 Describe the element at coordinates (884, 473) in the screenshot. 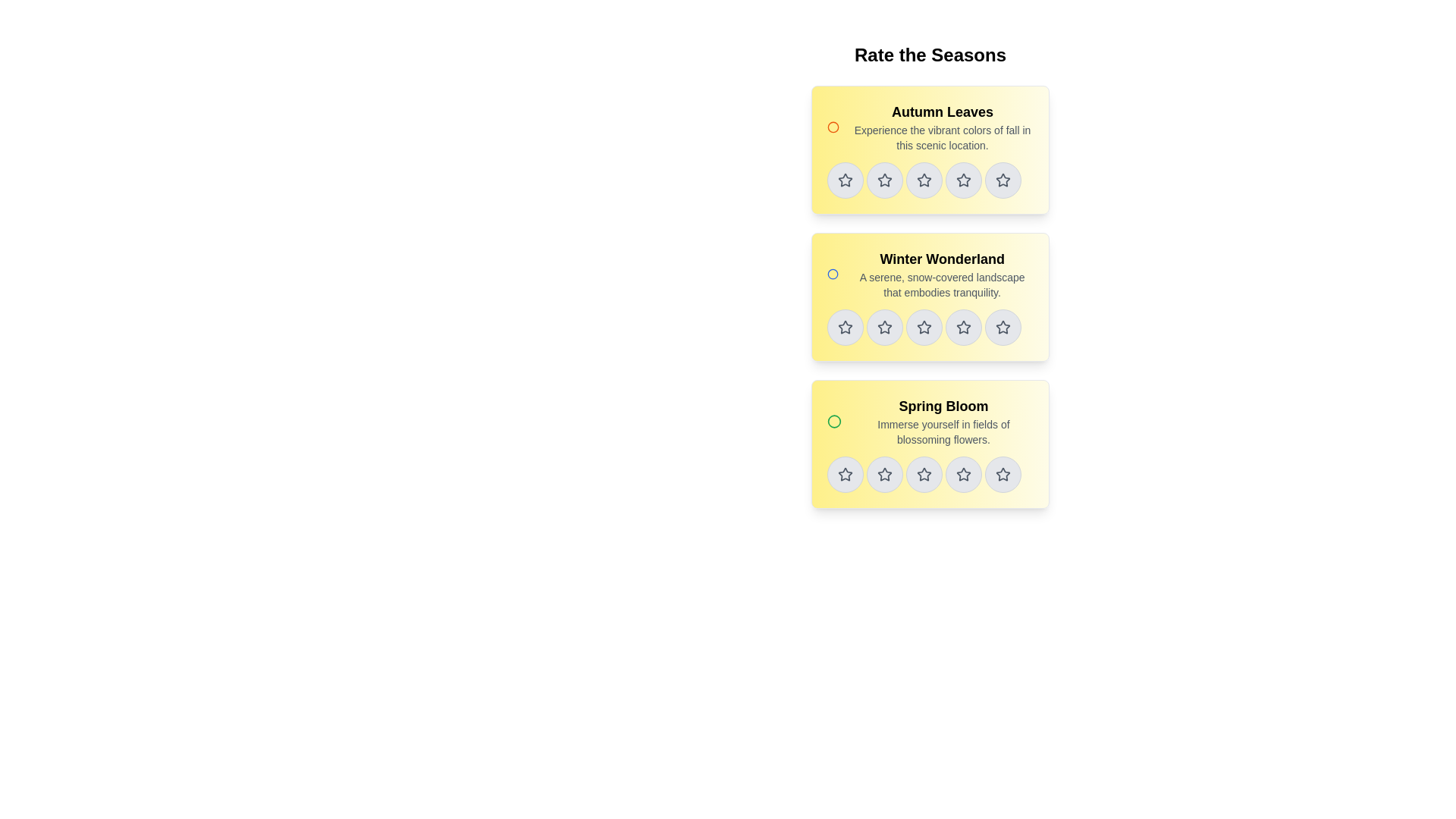

I see `the second circular button with a star icon` at that location.